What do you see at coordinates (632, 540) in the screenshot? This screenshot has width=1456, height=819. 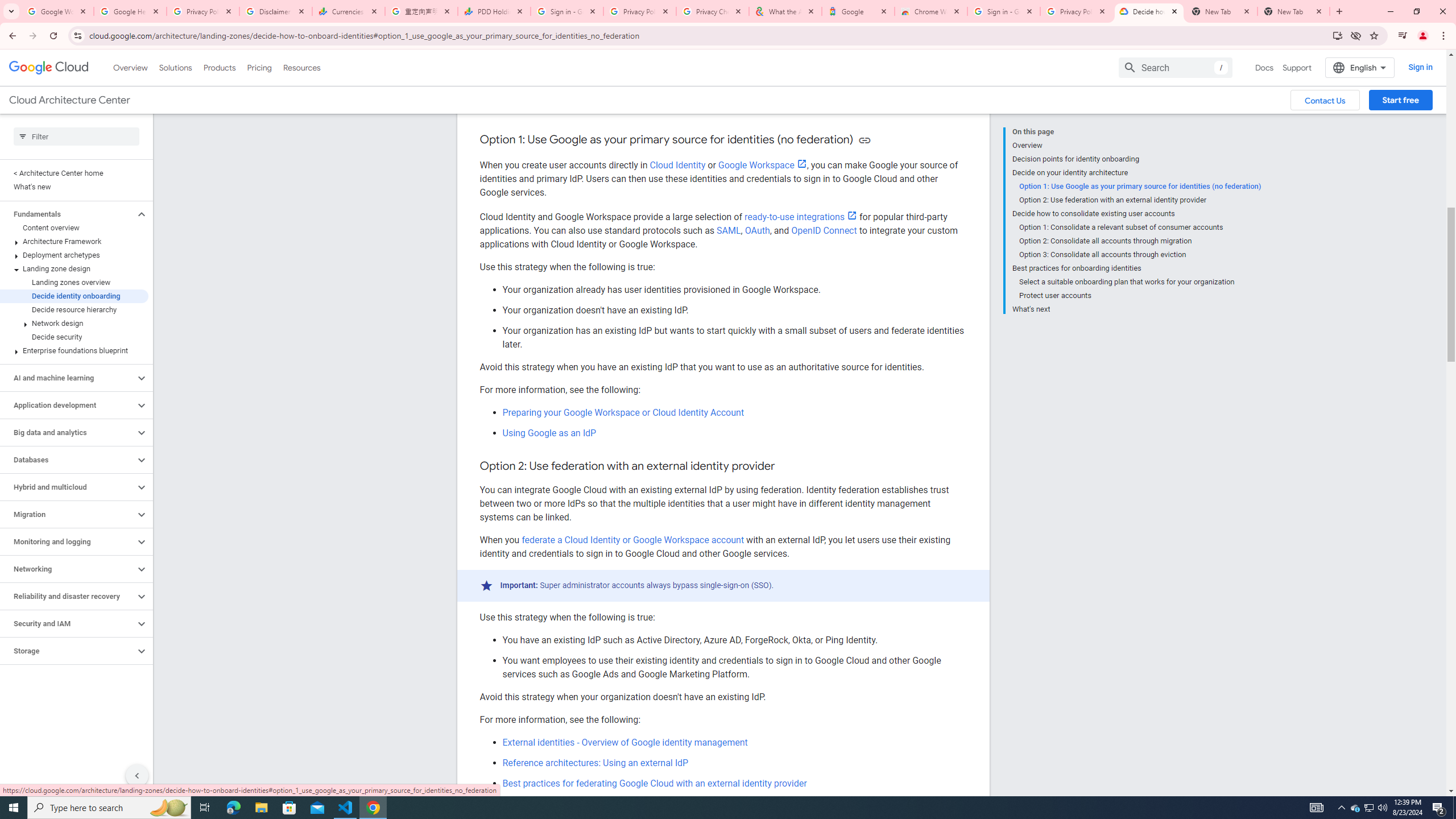 I see `'federate a Cloud Identity or Google Workspace account'` at bounding box center [632, 540].